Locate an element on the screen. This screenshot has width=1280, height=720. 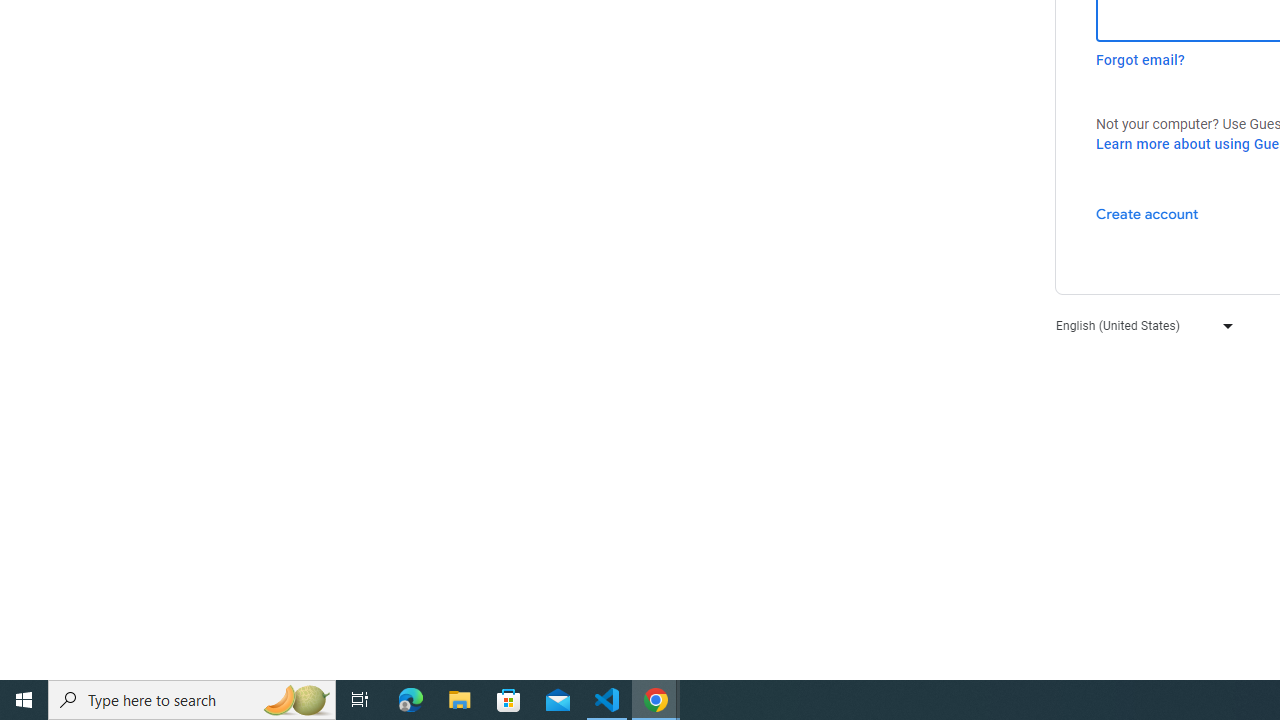
'Forgot email?' is located at coordinates (1140, 59).